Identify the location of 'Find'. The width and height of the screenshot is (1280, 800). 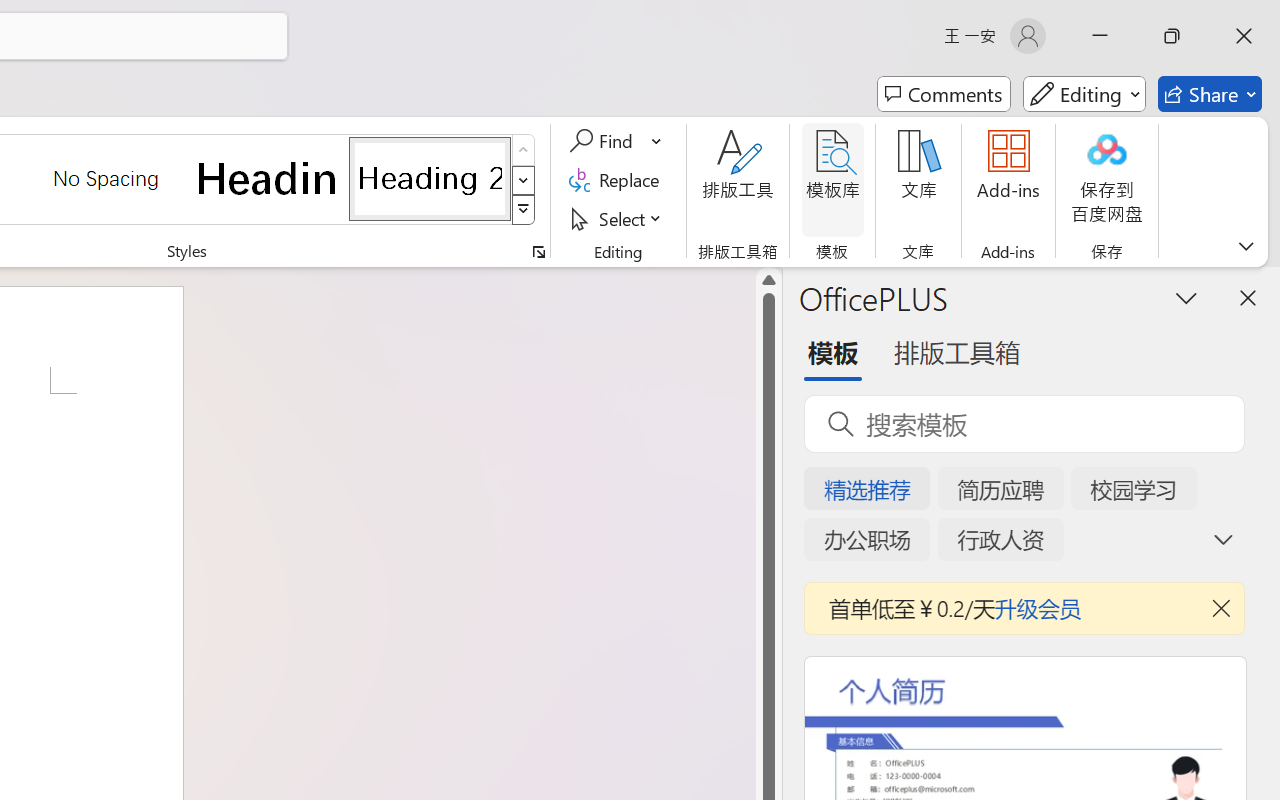
(603, 141).